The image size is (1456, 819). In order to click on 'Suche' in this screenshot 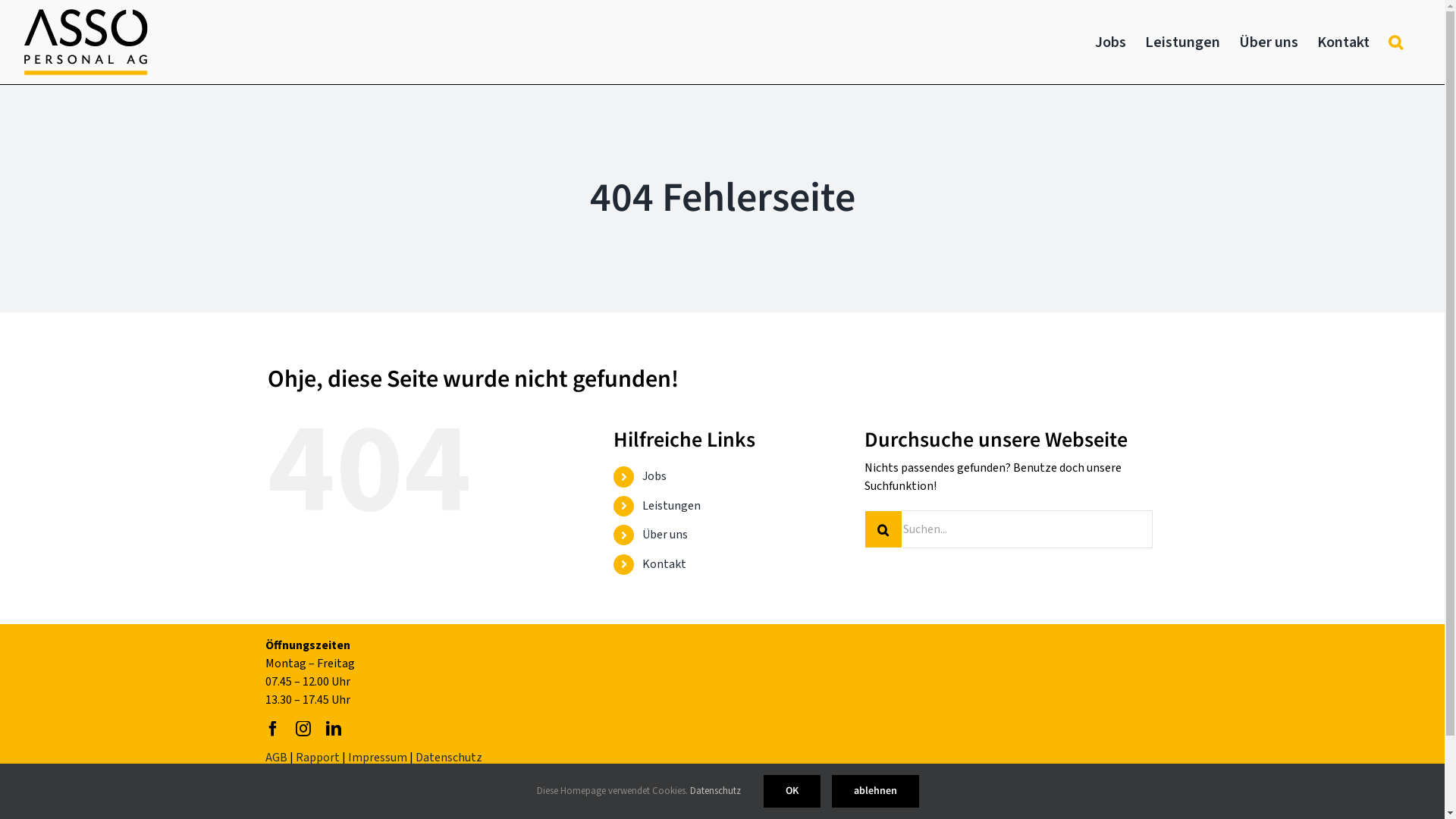, I will do `click(1395, 41)`.